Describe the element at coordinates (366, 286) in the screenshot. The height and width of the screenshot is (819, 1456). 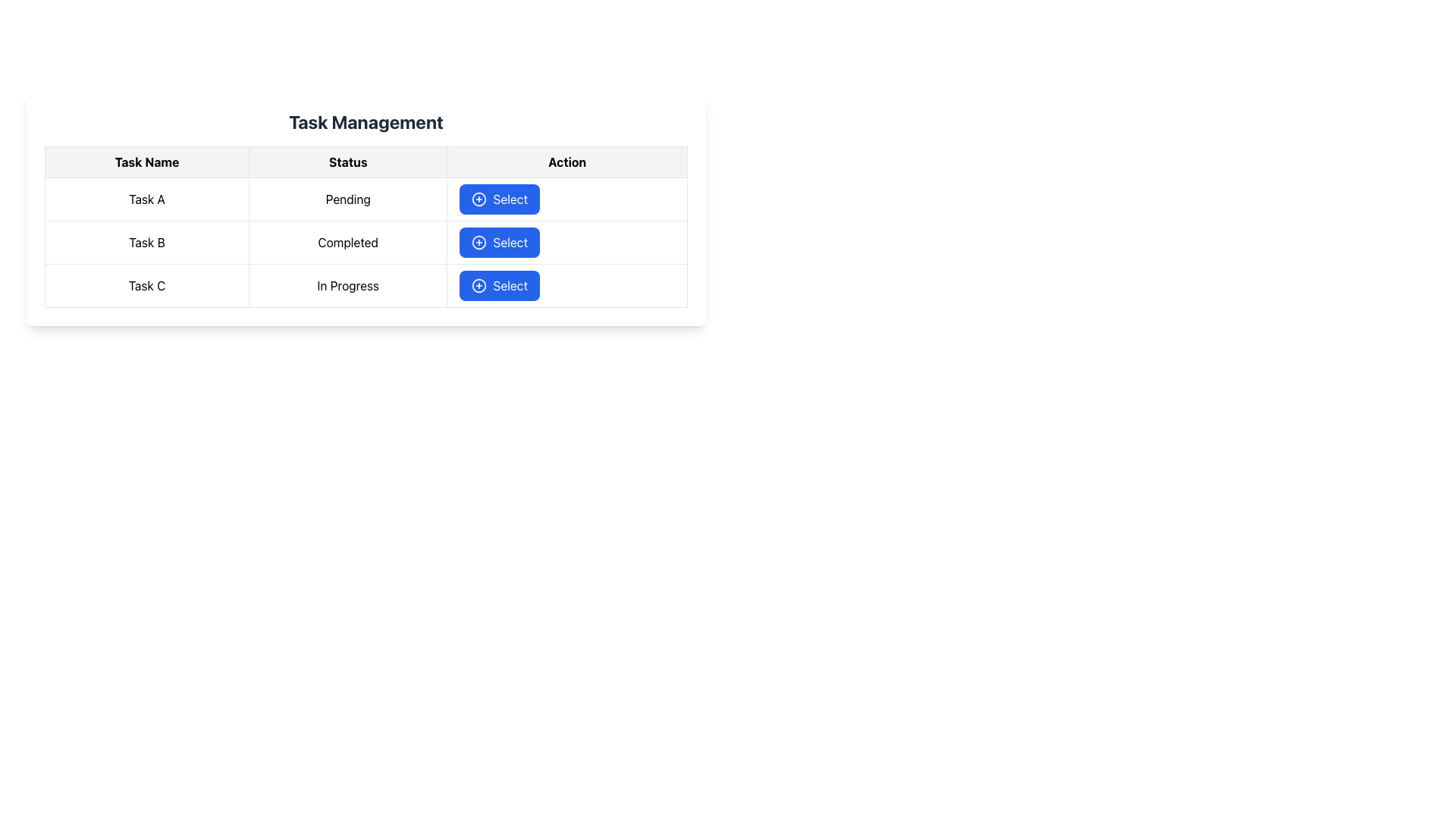
I see `the third row in the task table` at that location.